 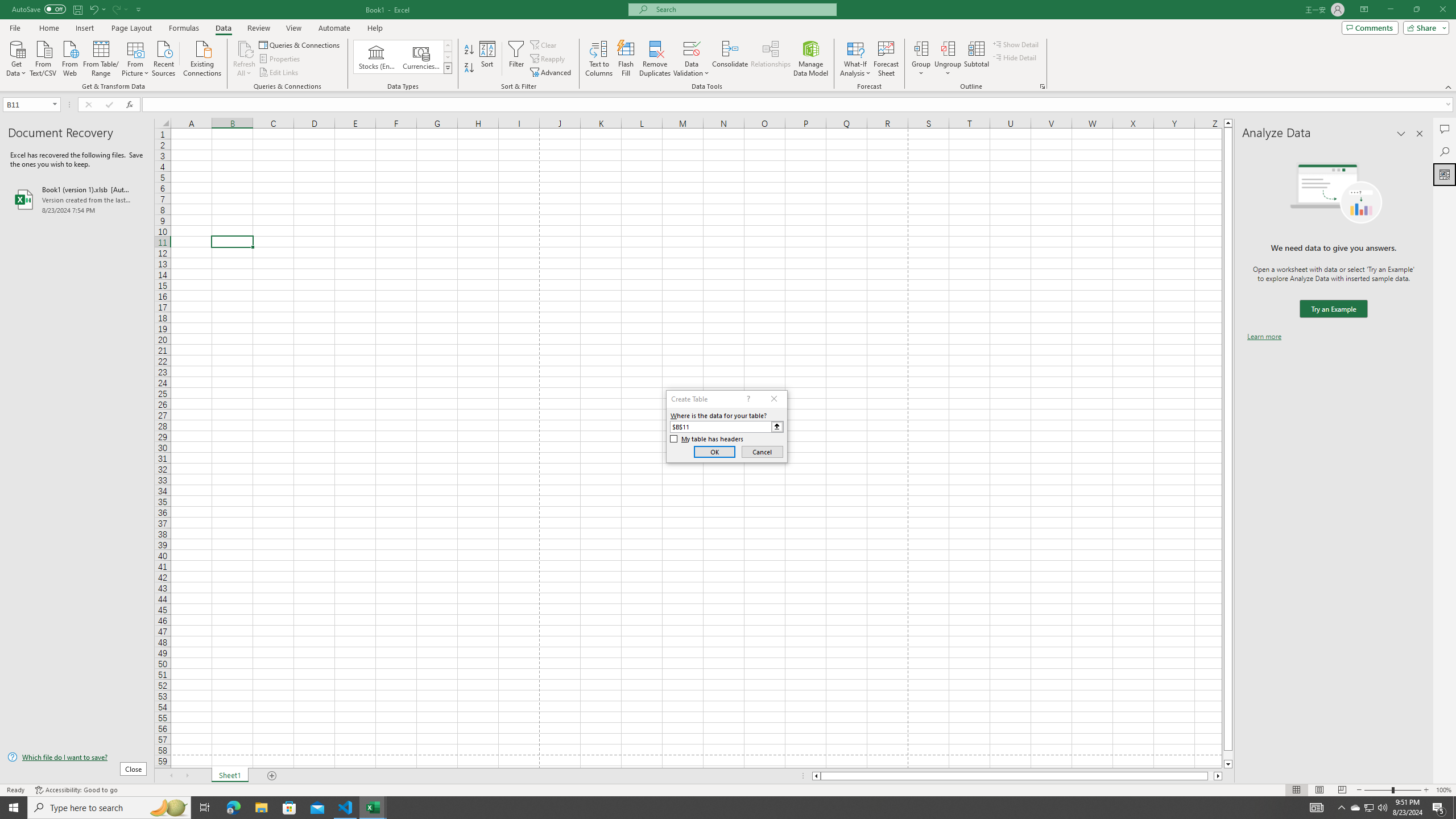 What do you see at coordinates (279, 72) in the screenshot?
I see `'Edit Links'` at bounding box center [279, 72].